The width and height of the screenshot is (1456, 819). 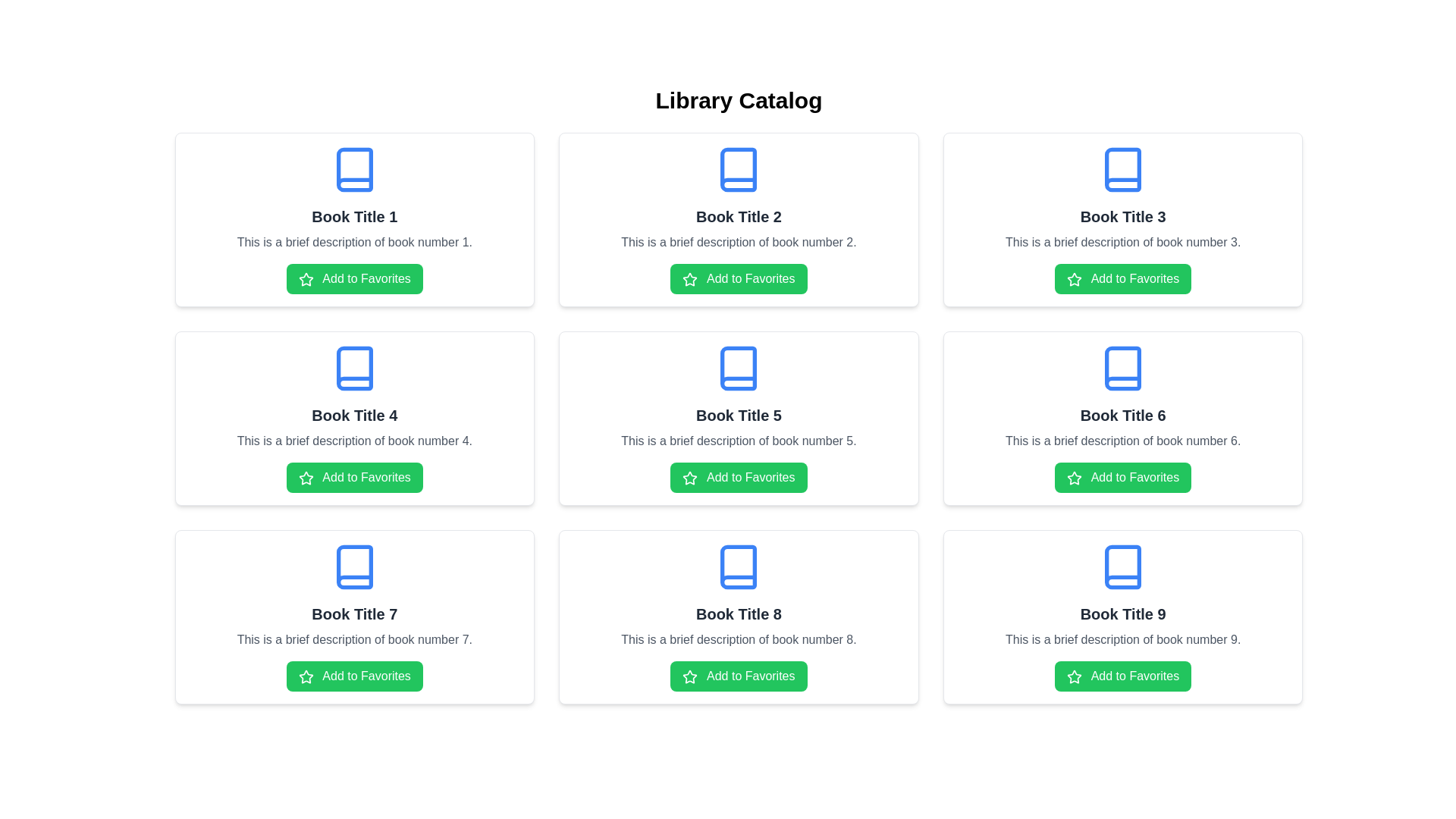 I want to click on the Text Label displaying 'Book Title 8', which is styled with bold and larger font size, located in the third card of the bottom row in a grid layout, so click(x=739, y=614).